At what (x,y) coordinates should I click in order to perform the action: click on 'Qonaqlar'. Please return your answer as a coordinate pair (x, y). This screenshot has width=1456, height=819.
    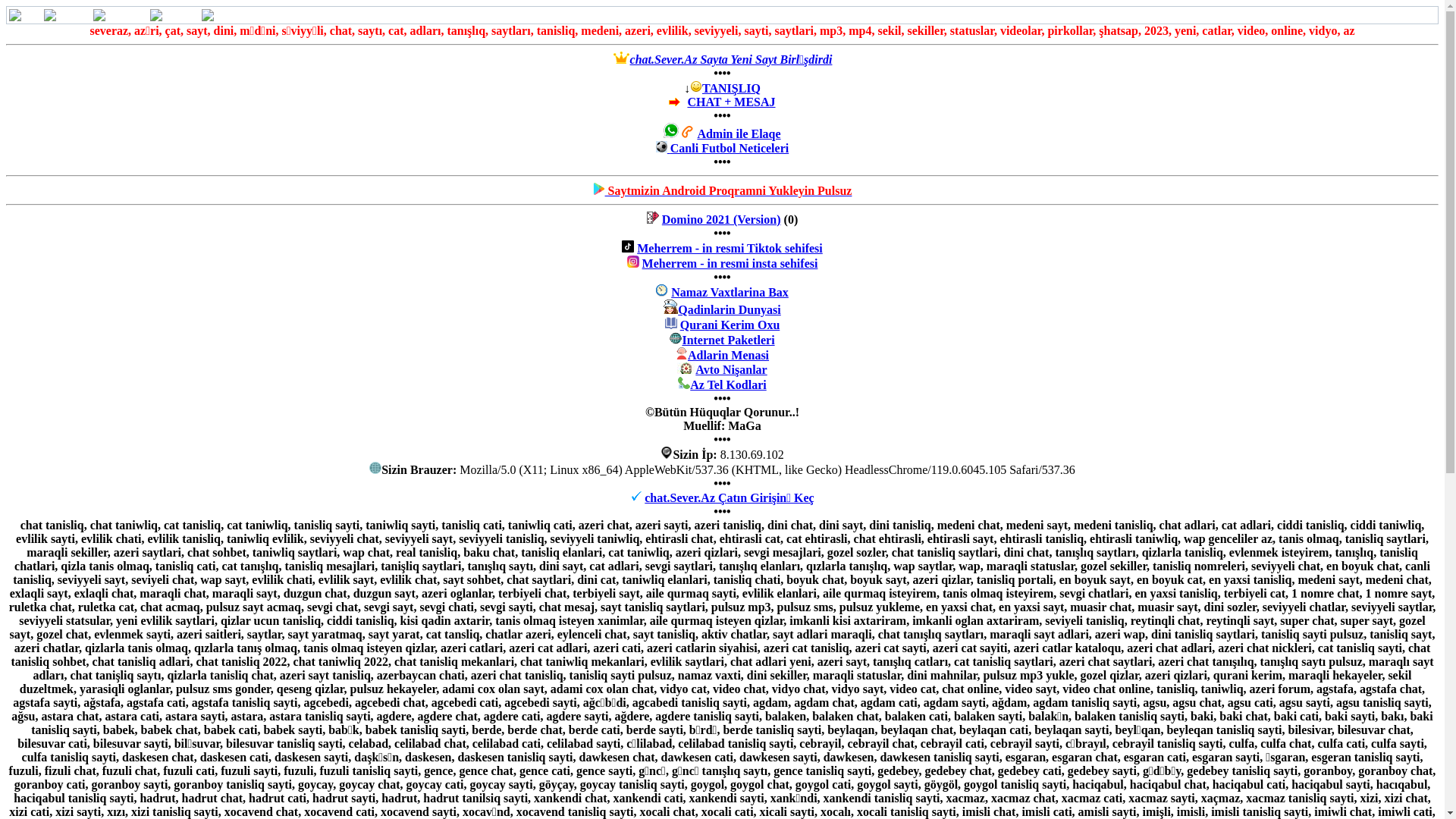
    Looking at the image, I should click on (149, 14).